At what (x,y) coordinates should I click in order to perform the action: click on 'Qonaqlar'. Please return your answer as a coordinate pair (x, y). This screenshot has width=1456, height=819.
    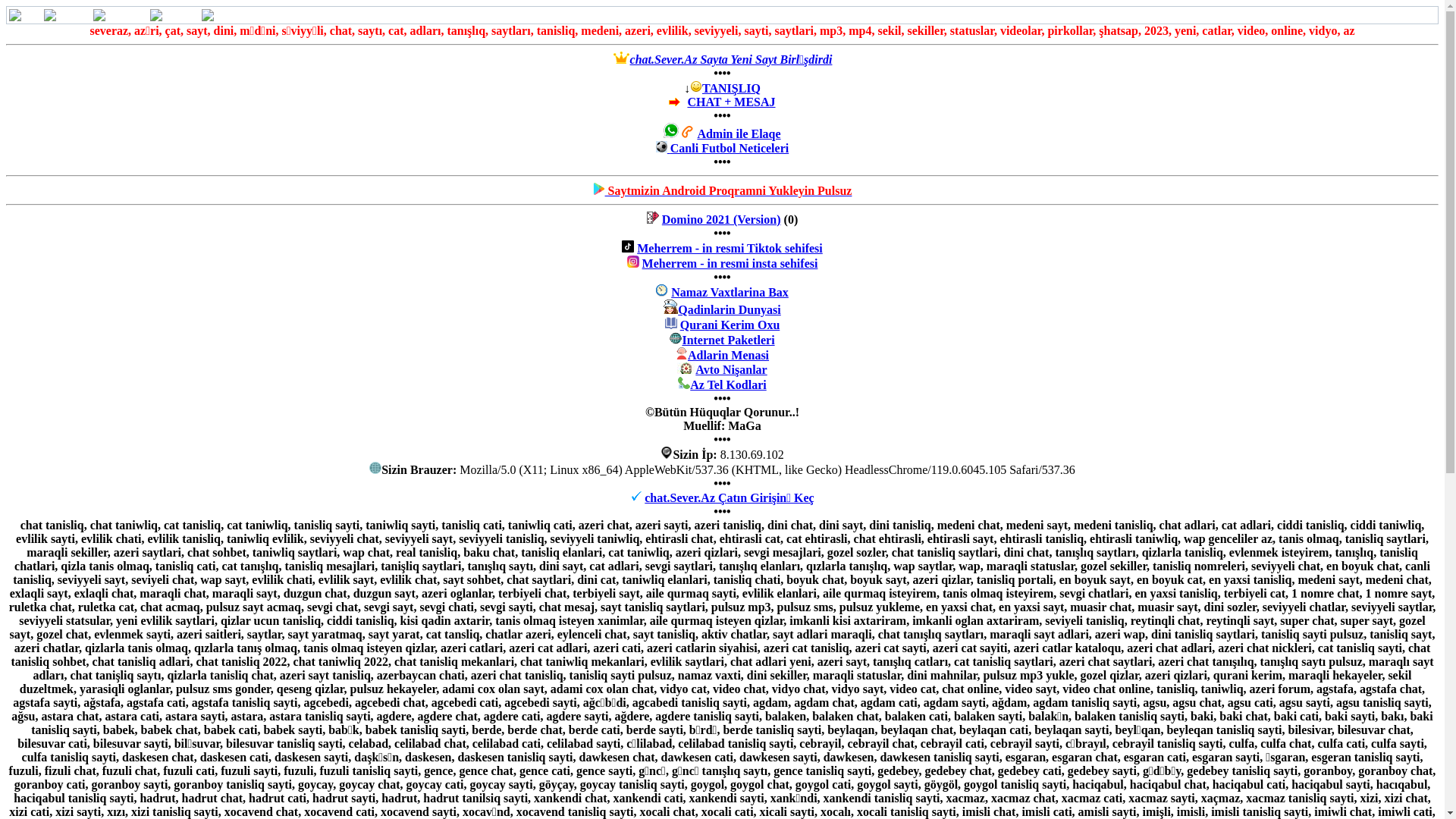
    Looking at the image, I should click on (149, 14).